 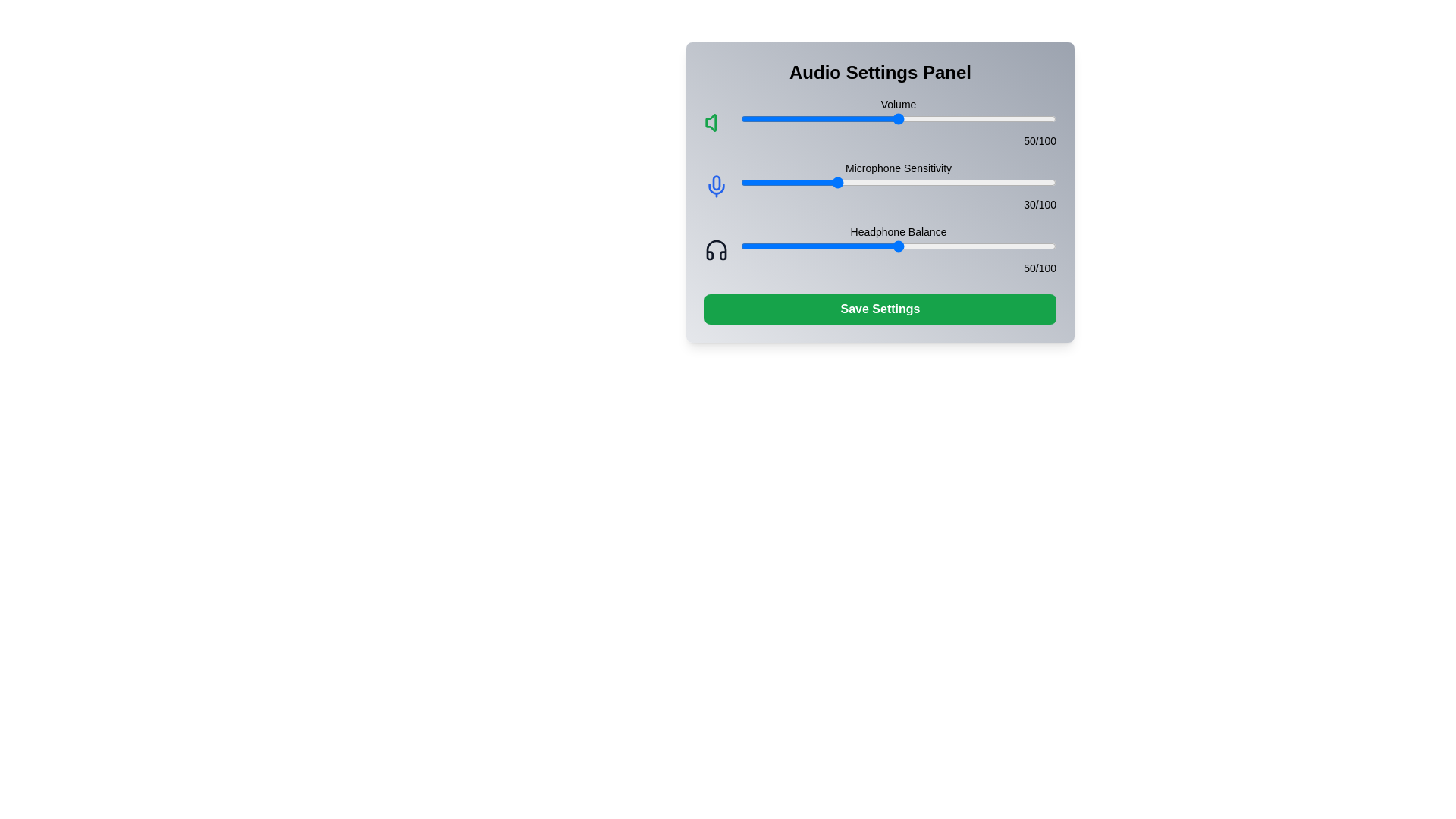 I want to click on headphone balance, so click(x=861, y=245).